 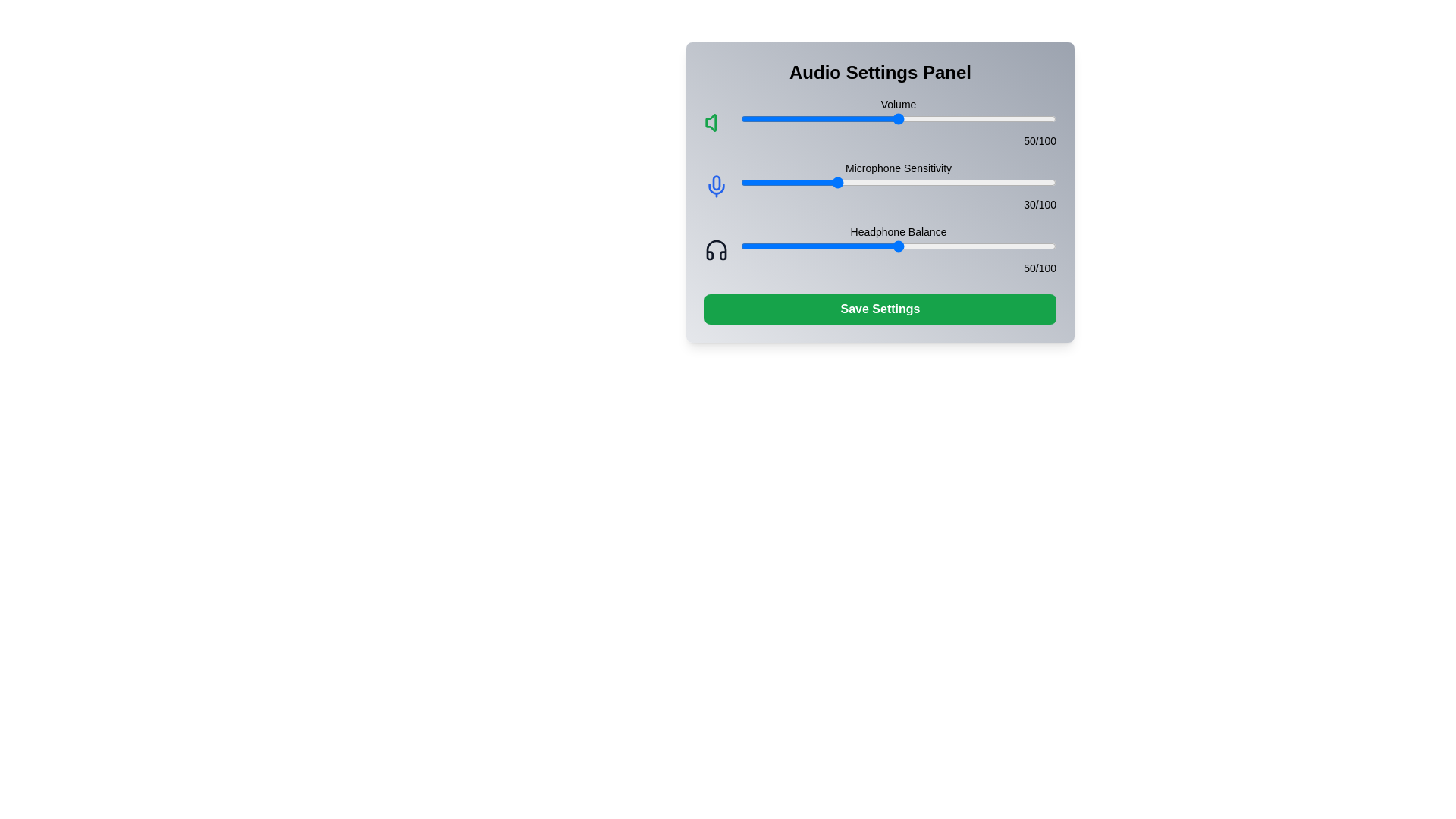 I want to click on headphone balance, so click(x=861, y=245).